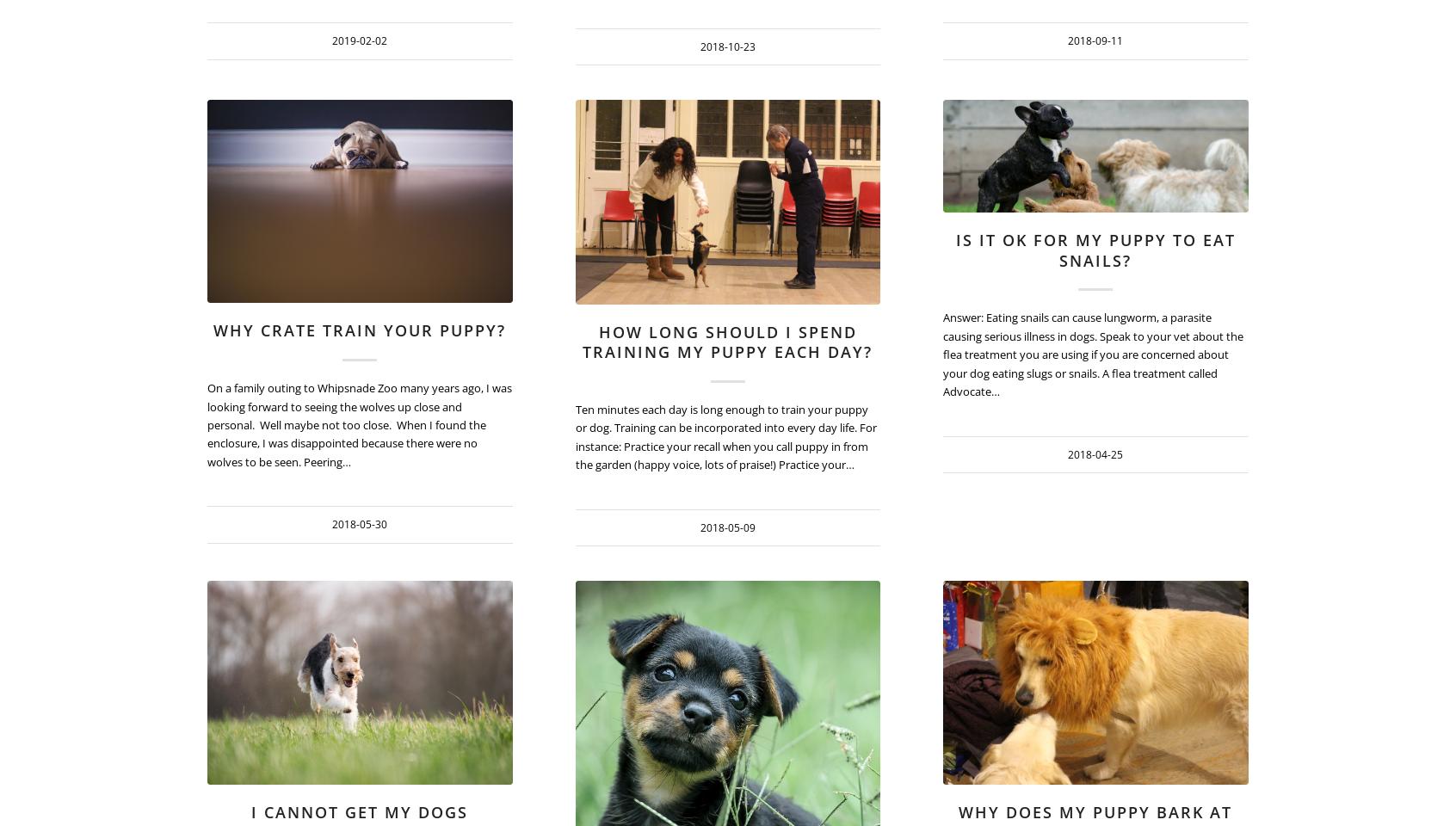 This screenshot has height=826, width=1456. Describe the element at coordinates (879, 690) in the screenshot. I see `'2018-04-04 14:40:05'` at that location.